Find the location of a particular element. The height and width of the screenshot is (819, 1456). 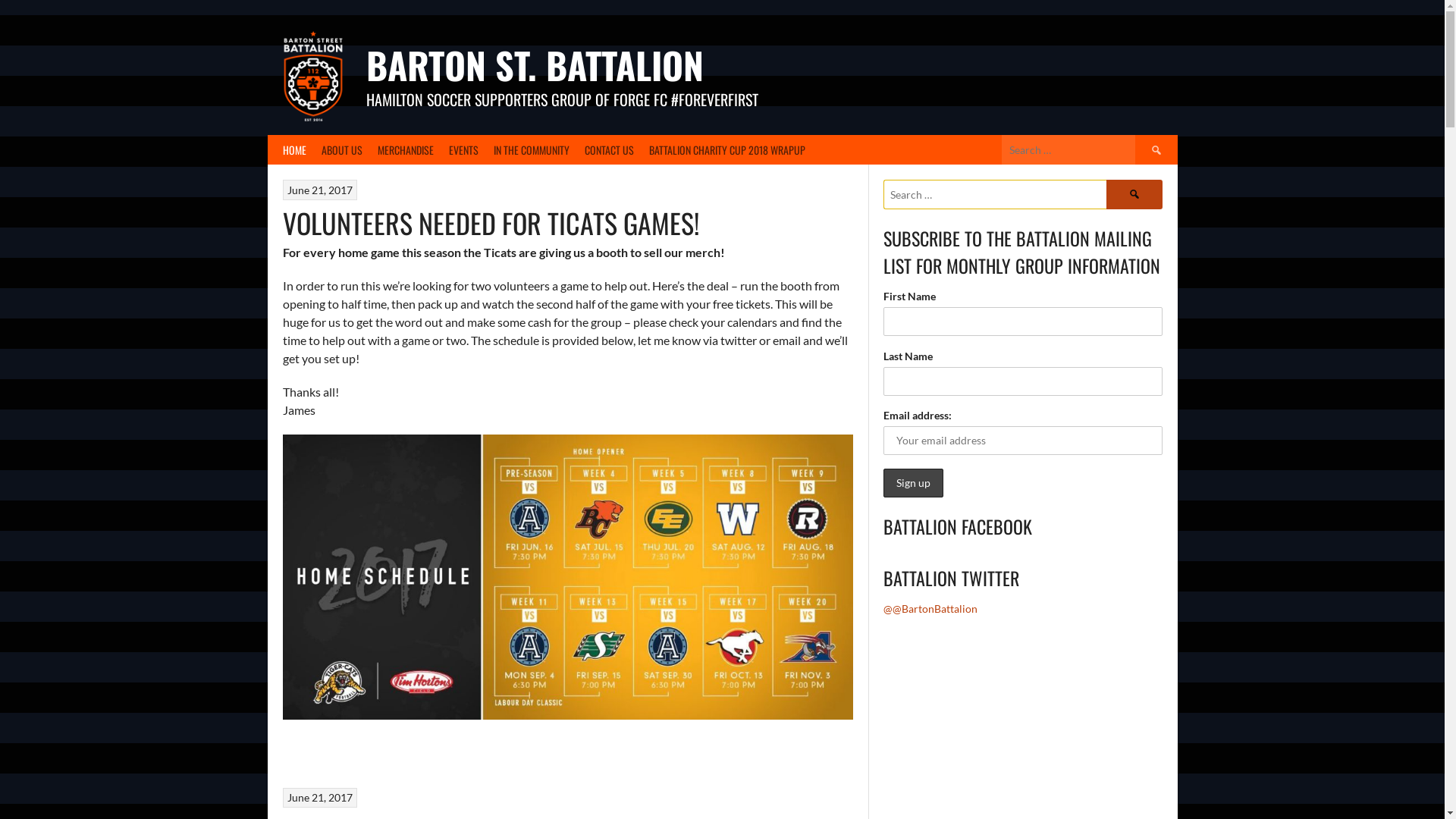

'June 21, 2017' is located at coordinates (319, 796).